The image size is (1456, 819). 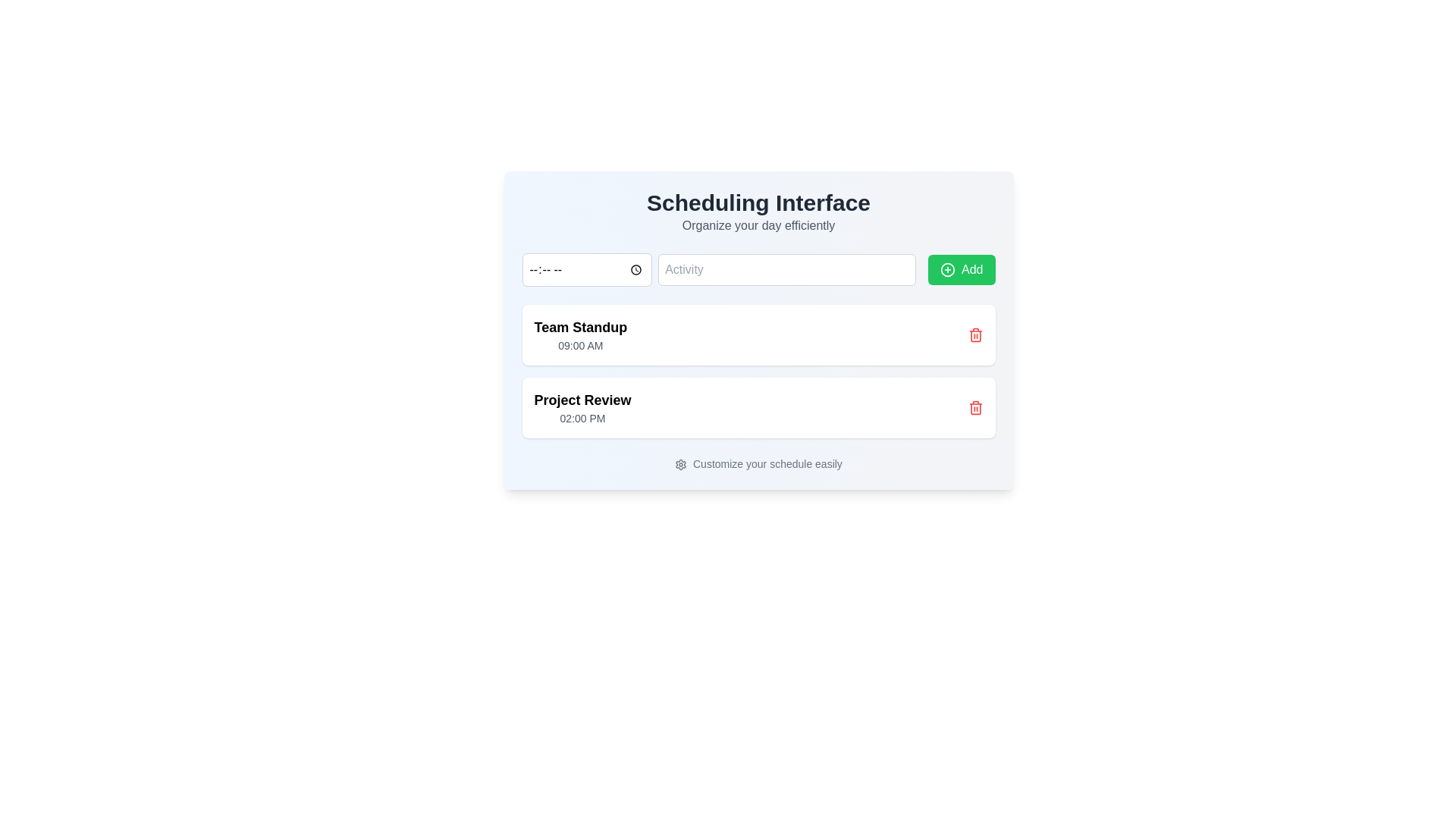 I want to click on the red trashcan icon delete button located to the far right of the 'Project Review' entry, so click(x=975, y=406).